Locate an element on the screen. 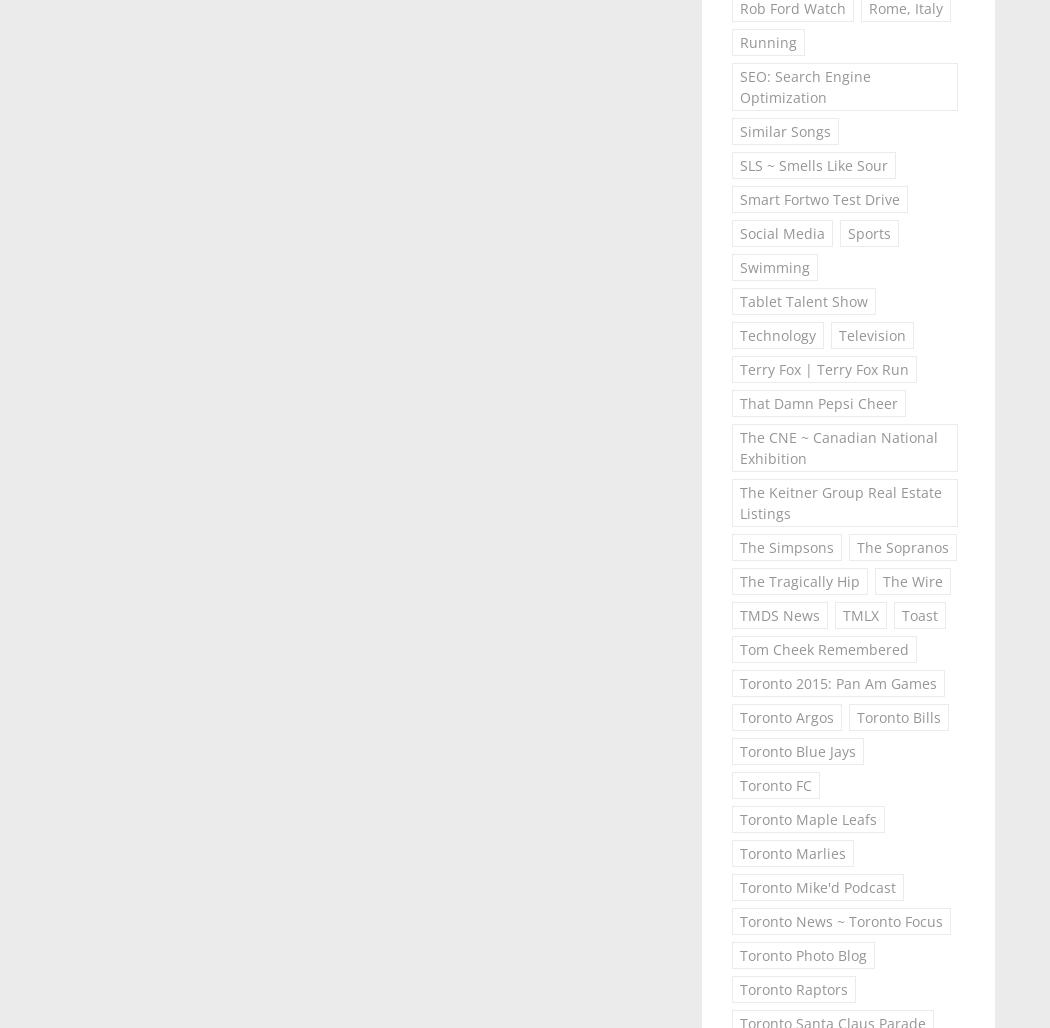 The image size is (1050, 1028). 'TMLX' is located at coordinates (841, 614).